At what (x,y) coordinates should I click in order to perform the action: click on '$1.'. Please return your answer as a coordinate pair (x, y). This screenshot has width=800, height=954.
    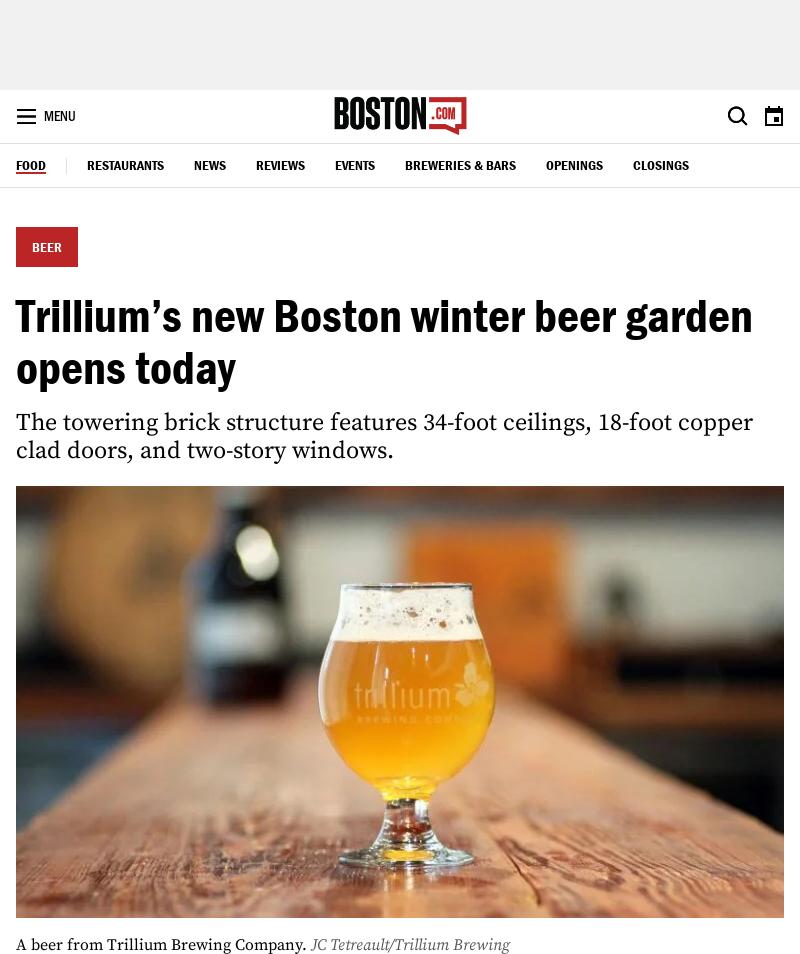
    Looking at the image, I should click on (521, 536).